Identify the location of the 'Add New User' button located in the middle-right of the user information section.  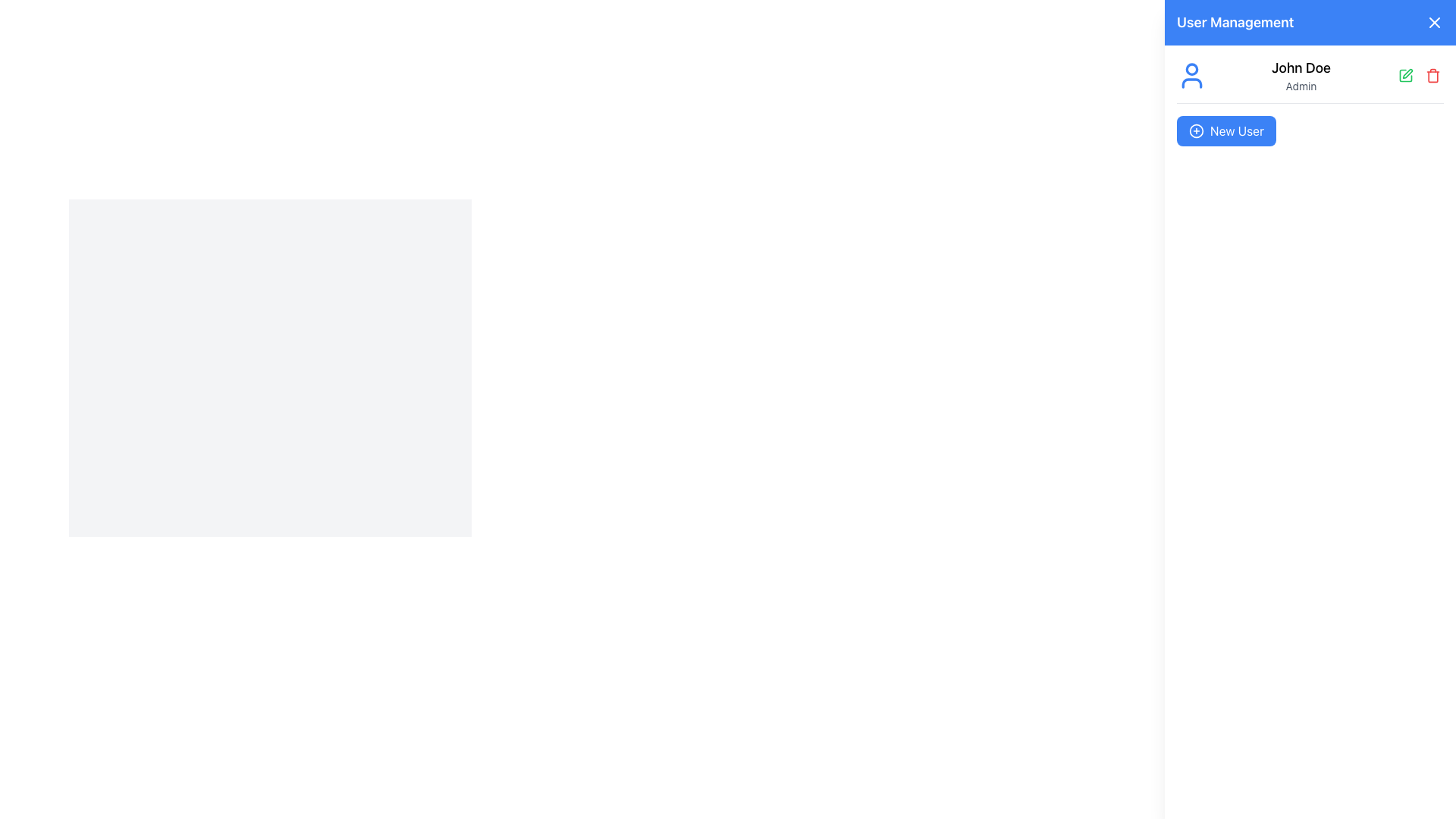
(1226, 130).